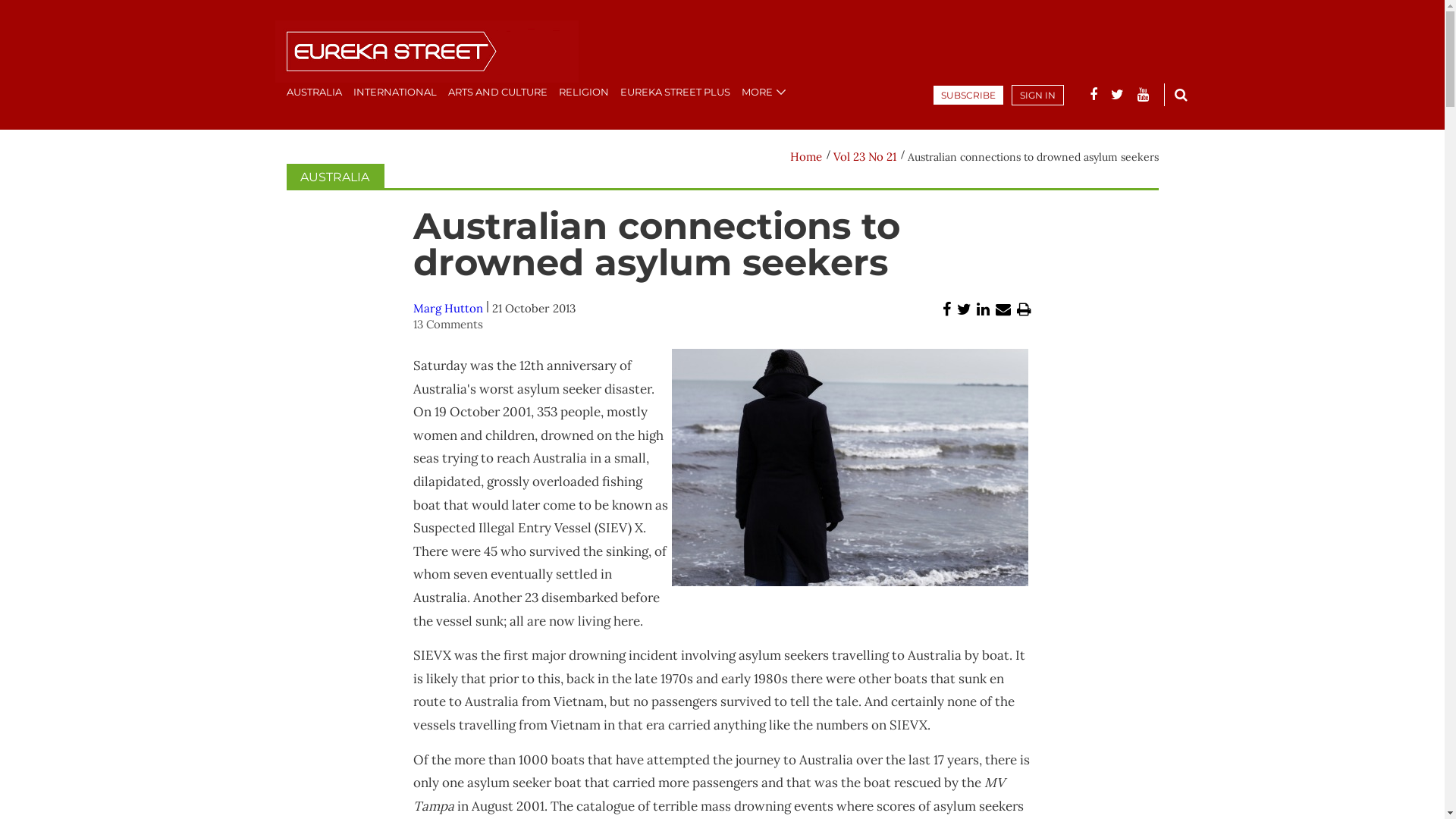  What do you see at coordinates (1012, 95) in the screenshot?
I see `'SIGN IN'` at bounding box center [1012, 95].